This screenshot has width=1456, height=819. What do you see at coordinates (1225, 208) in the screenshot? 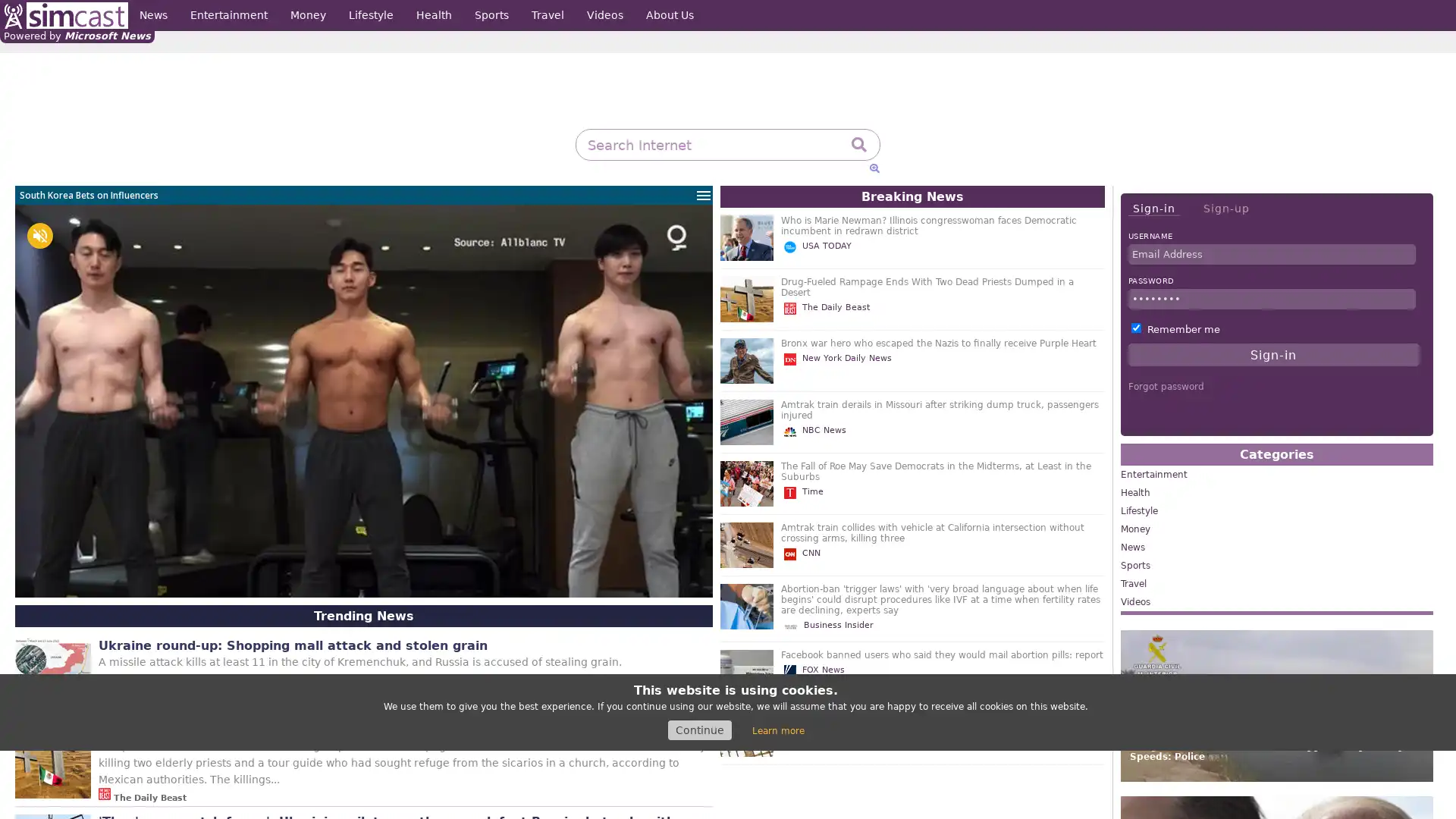
I see `Sign-up` at bounding box center [1225, 208].